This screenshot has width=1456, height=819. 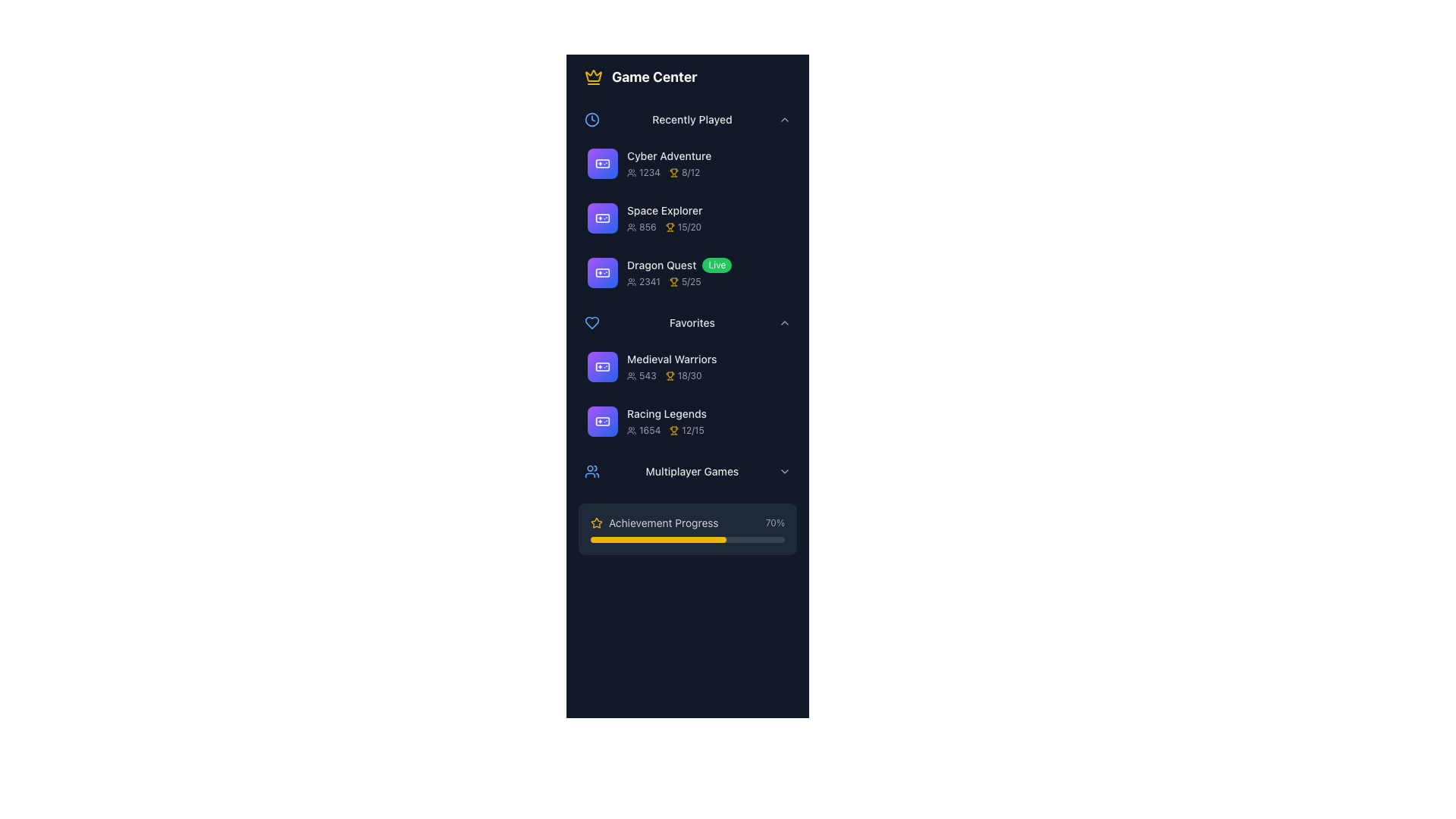 What do you see at coordinates (644, 171) in the screenshot?
I see `user count value displayed in the text label for the game 'Cyber Adventure', located in the first row under the 'Recently Played' section, to the right of the user count icon` at bounding box center [644, 171].